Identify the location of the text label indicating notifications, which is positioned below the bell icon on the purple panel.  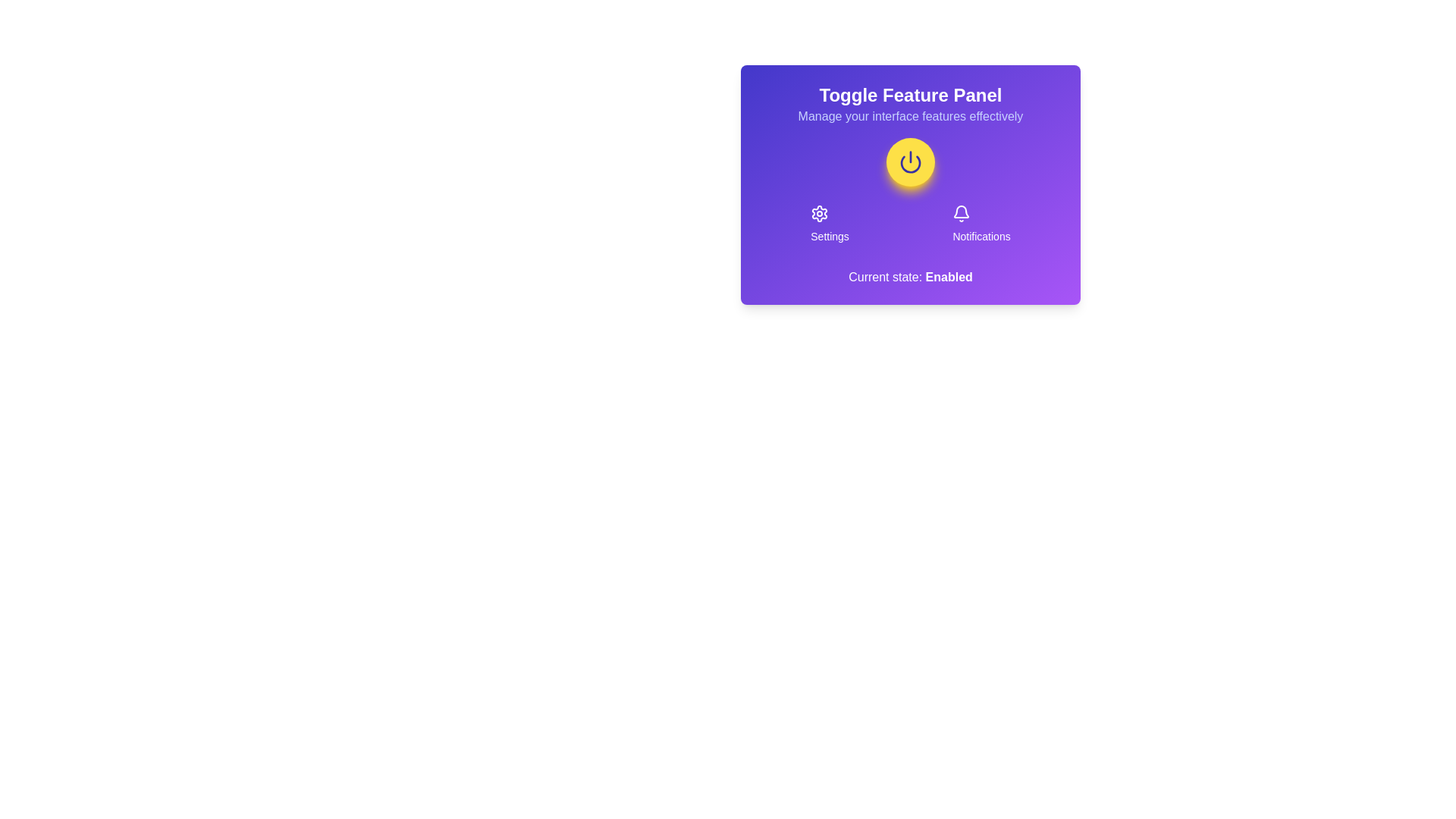
(981, 237).